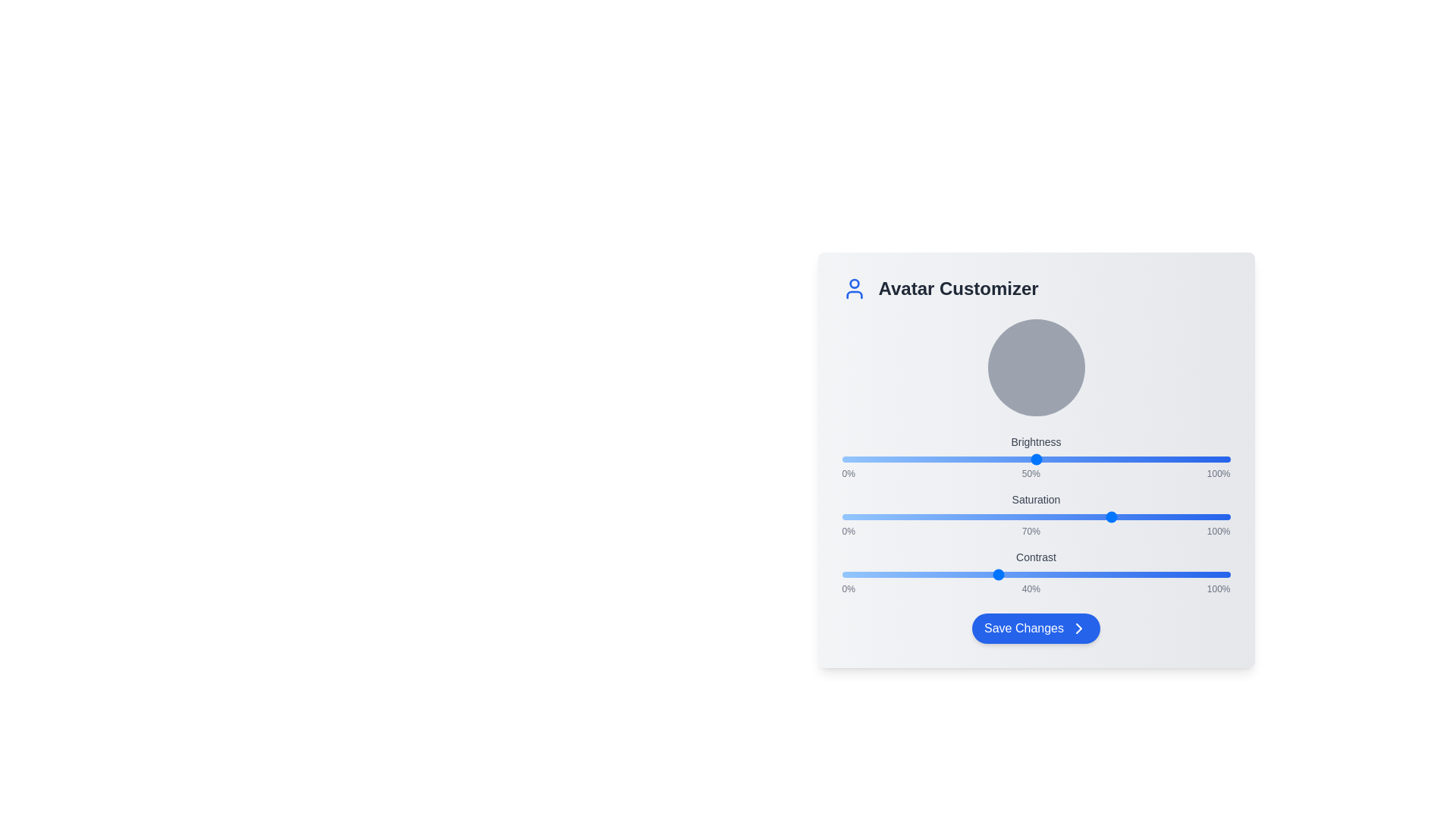 This screenshot has height=819, width=1456. What do you see at coordinates (845, 575) in the screenshot?
I see `the contrast slider to 1%` at bounding box center [845, 575].